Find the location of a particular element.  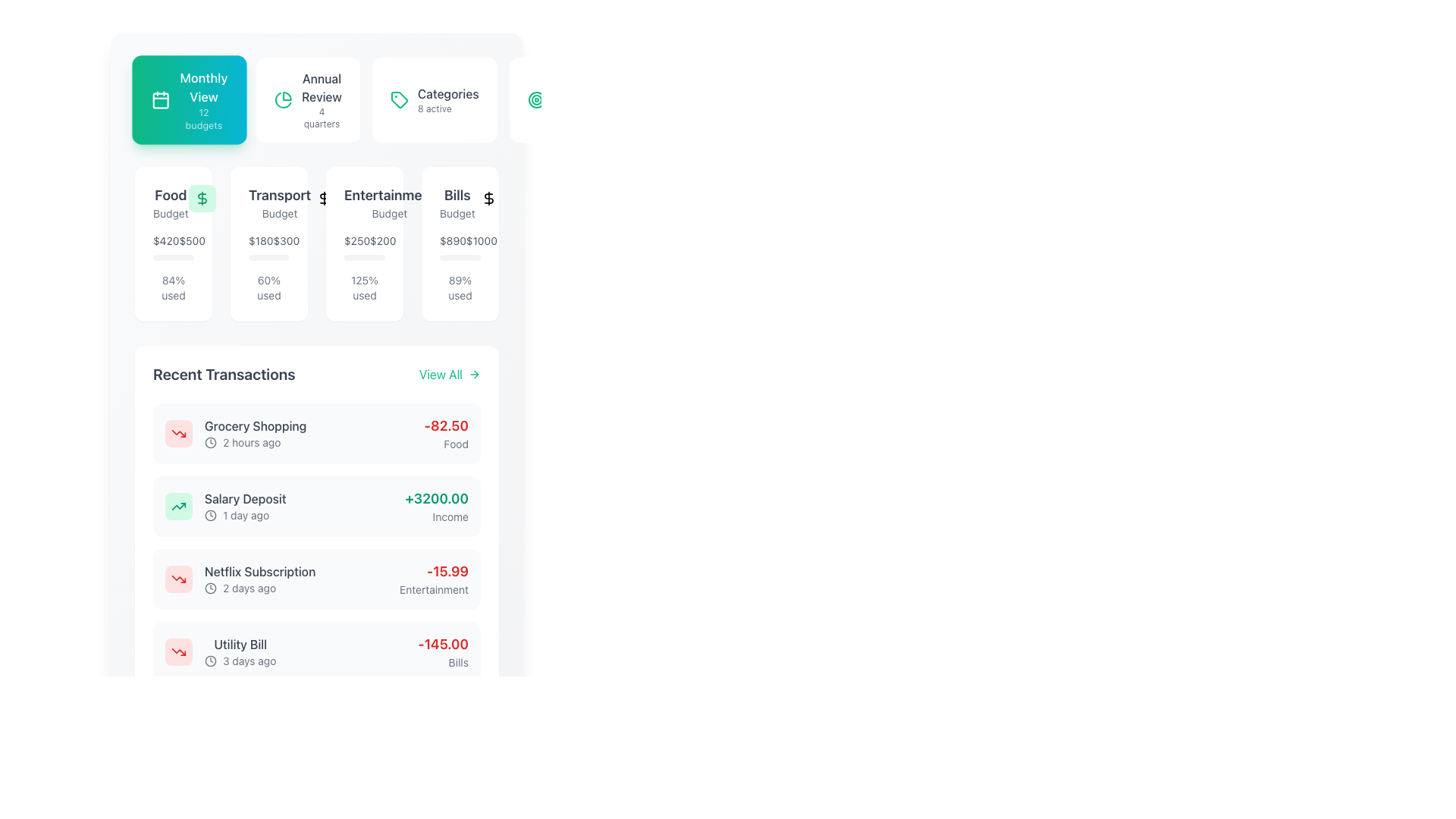

the small circular clock icon located to the immediate left of the text '2 hours ago' in the 'Recent Transactions' section is located at coordinates (210, 442).